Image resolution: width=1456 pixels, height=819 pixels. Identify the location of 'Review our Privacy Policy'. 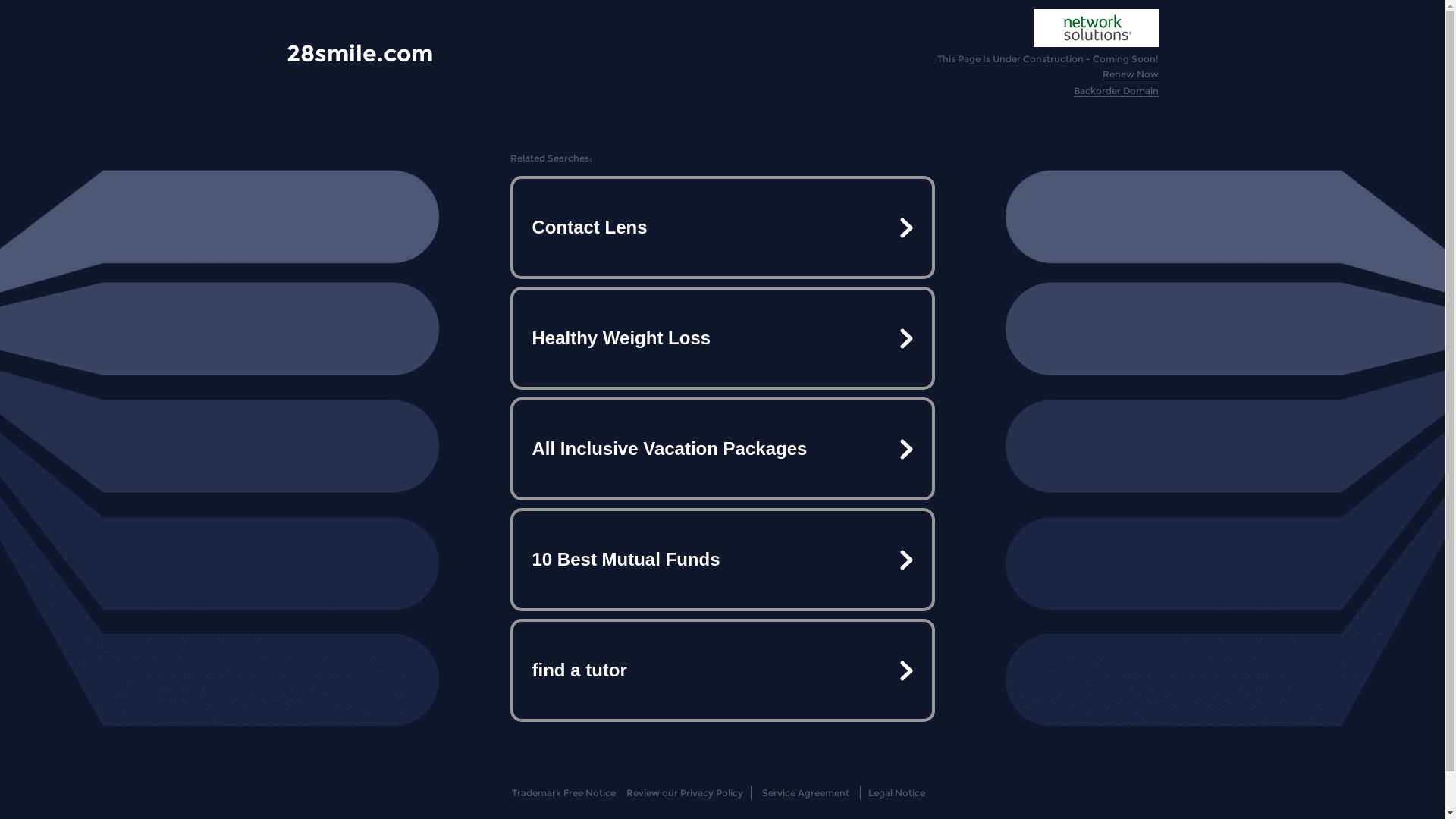
(626, 792).